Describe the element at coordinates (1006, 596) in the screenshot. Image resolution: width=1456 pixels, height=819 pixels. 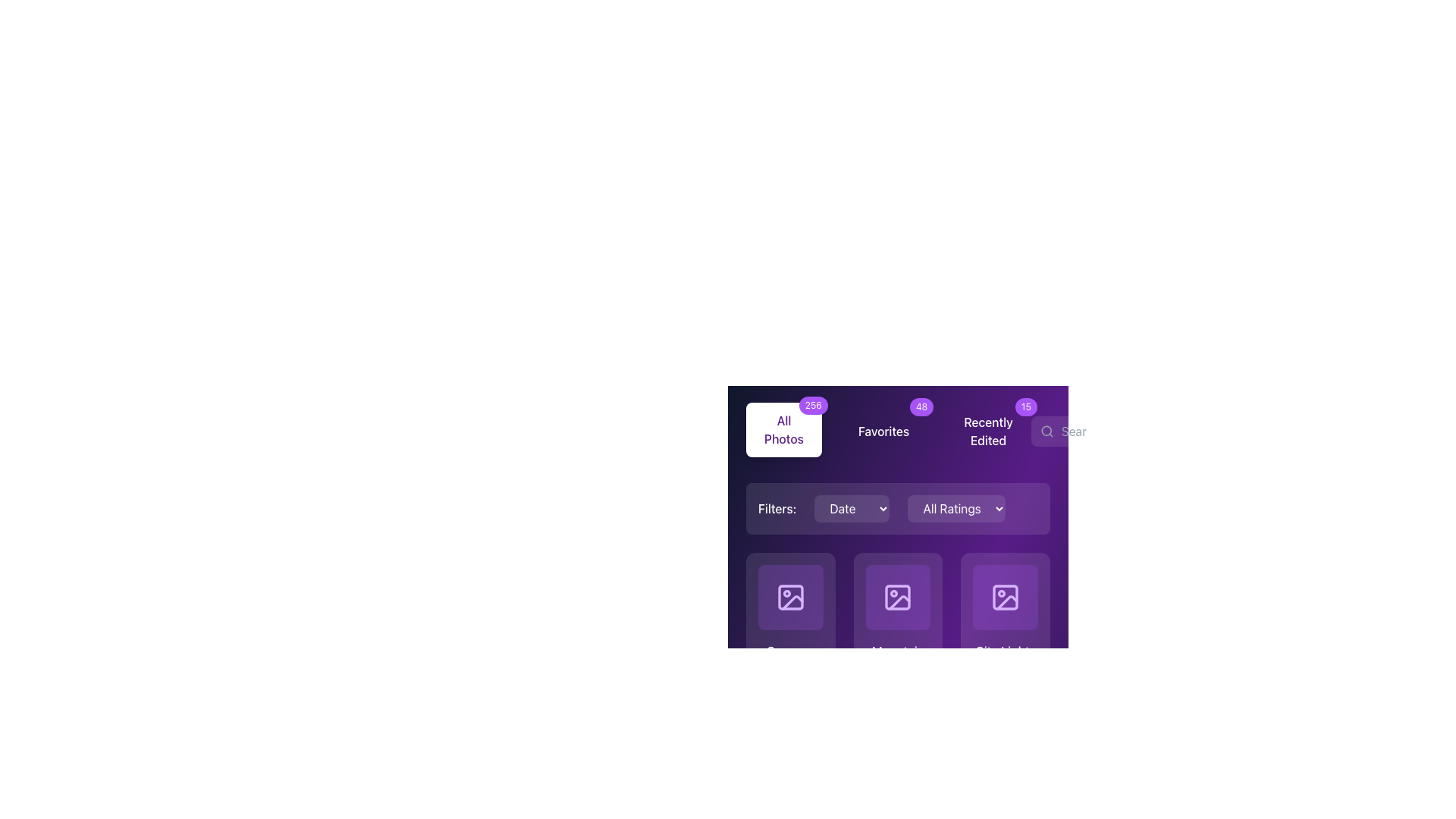
I see `the purple rounded rectangle element within the photograph icon located at the top-right corner of the interface` at that location.